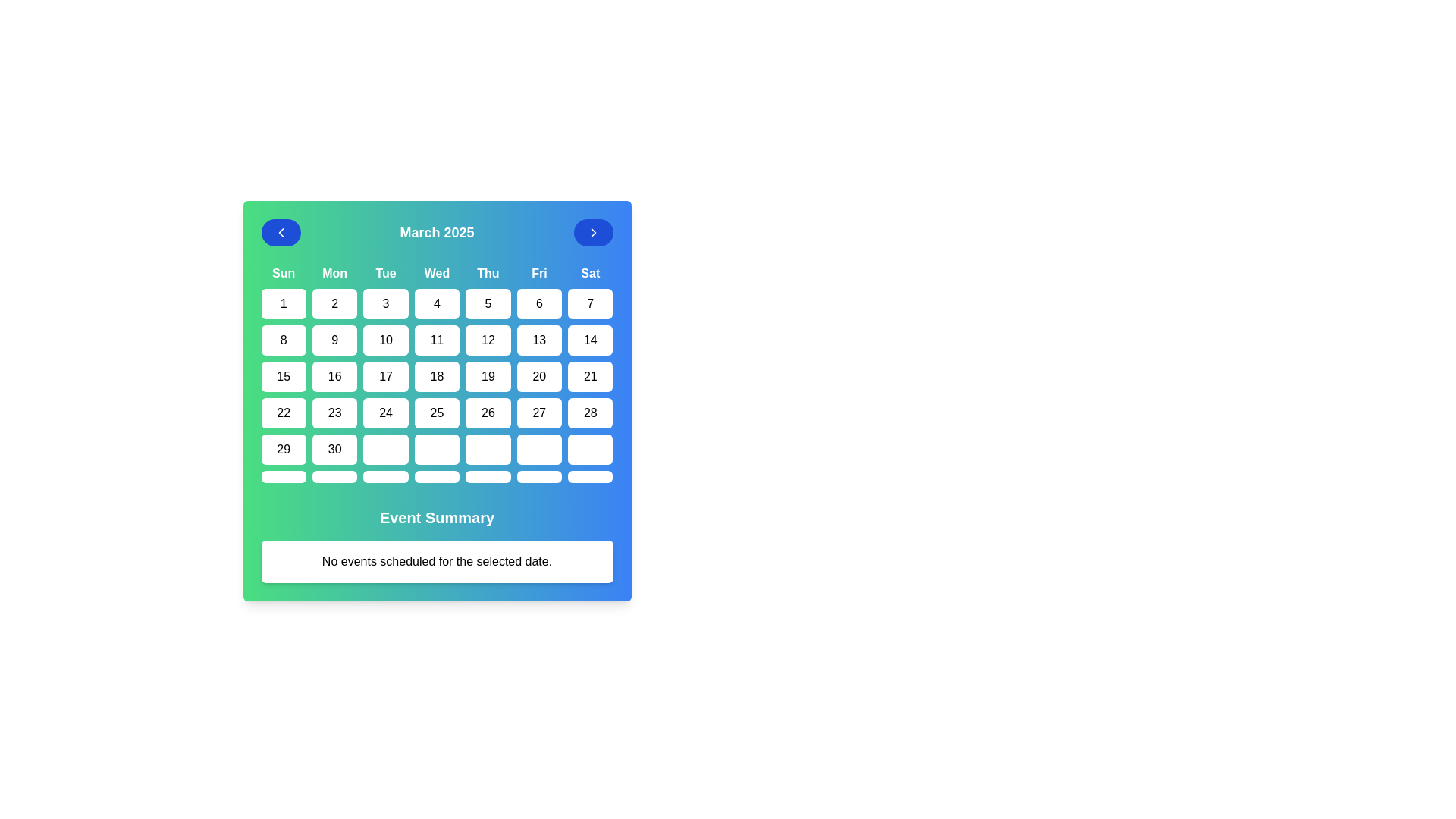 This screenshot has height=819, width=1456. I want to click on the left chevron icon button in the calendar header, so click(281, 233).